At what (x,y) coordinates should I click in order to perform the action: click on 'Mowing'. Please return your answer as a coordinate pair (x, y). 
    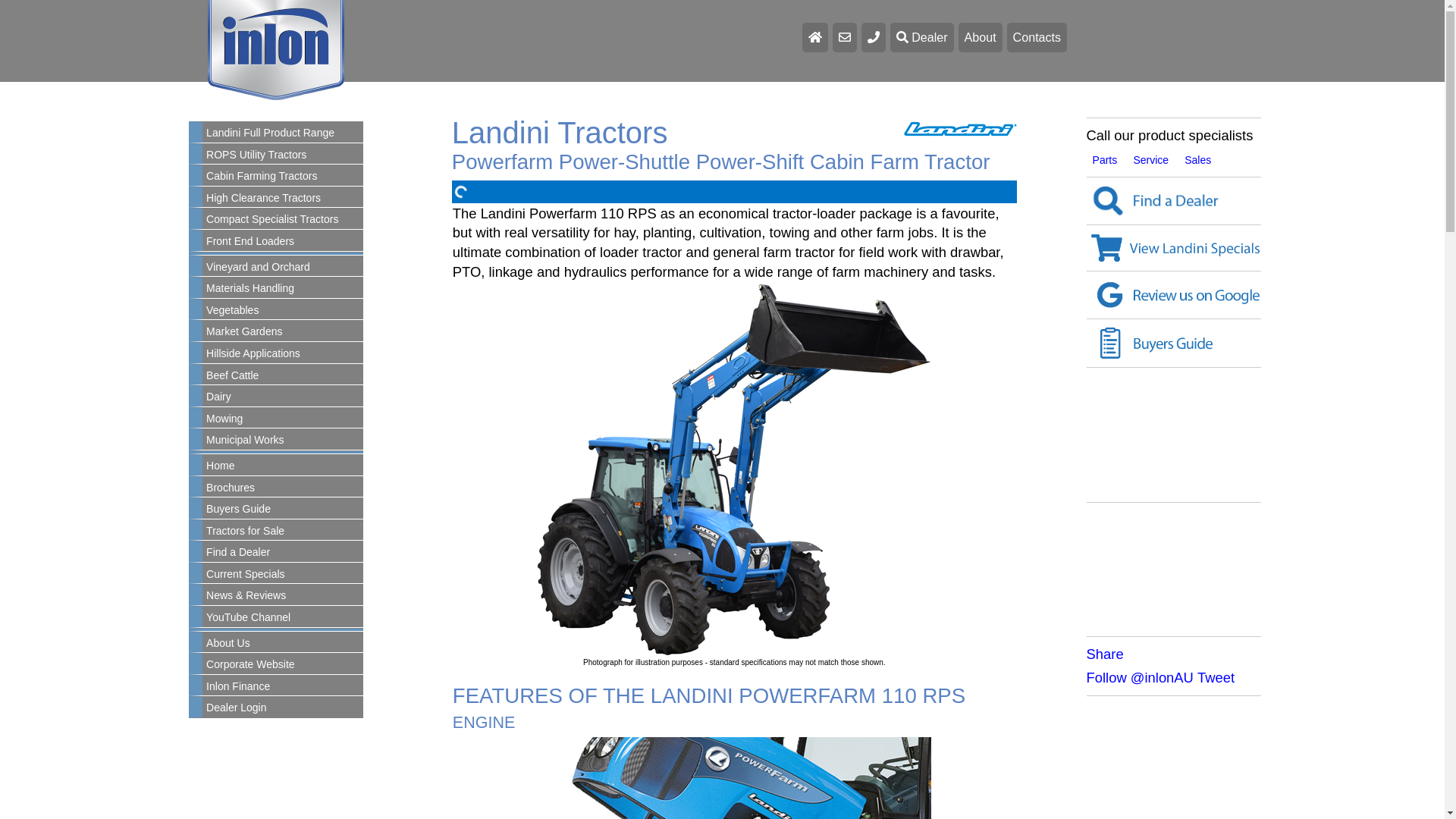
    Looking at the image, I should click on (283, 419).